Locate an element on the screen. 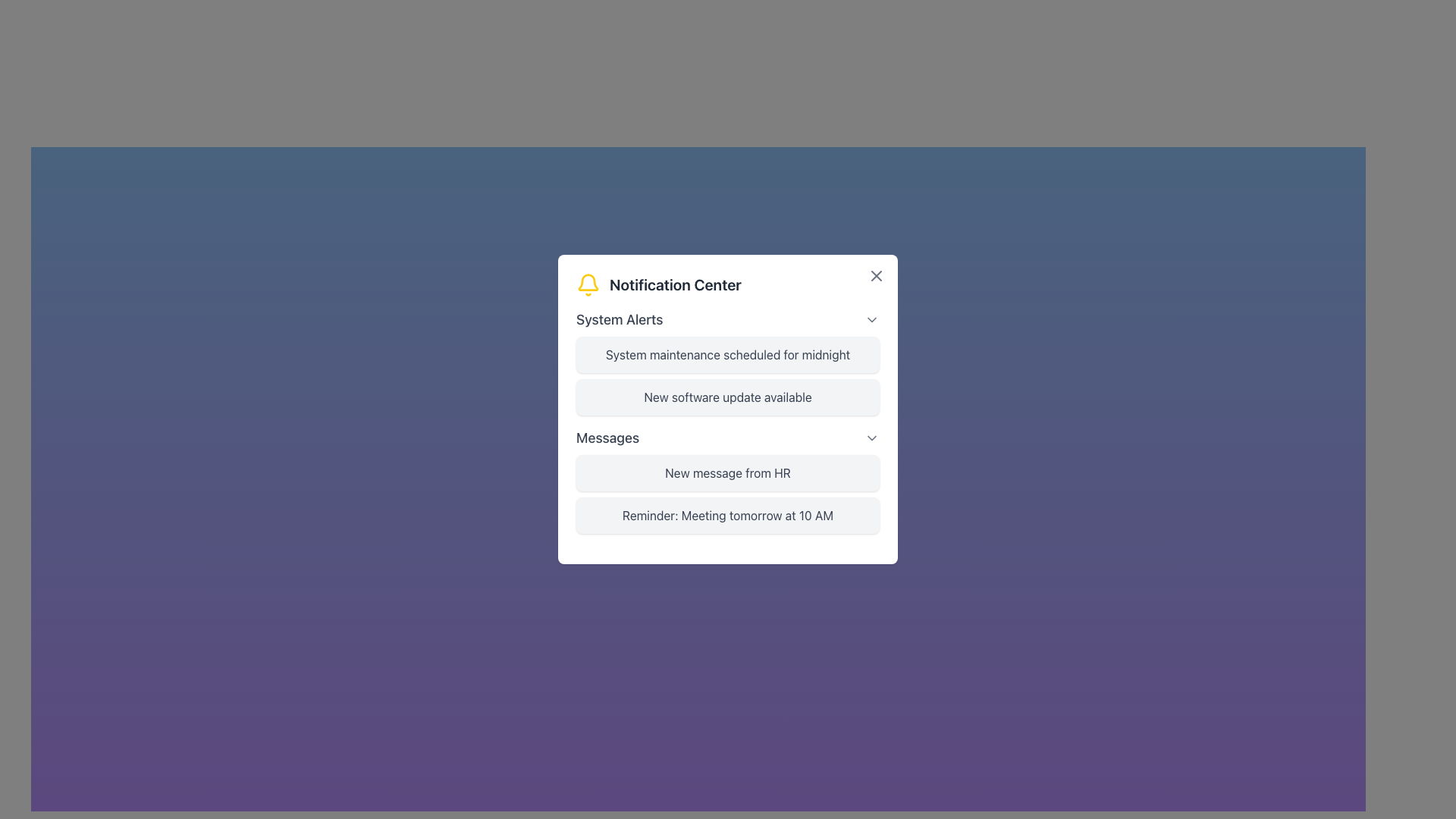 This screenshot has height=819, width=1456. the reminder notification text box located under the 'Messages' section of the notification panel to trigger a background color change is located at coordinates (728, 514).